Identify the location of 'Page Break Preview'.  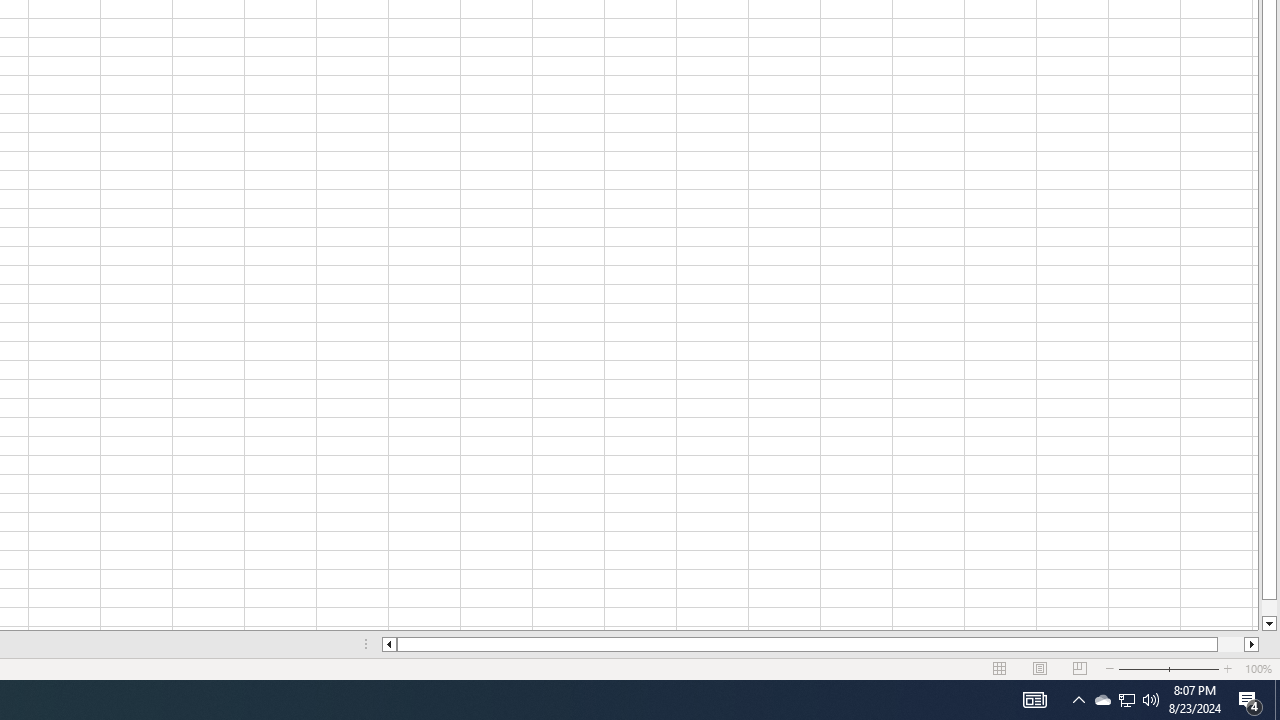
(1078, 669).